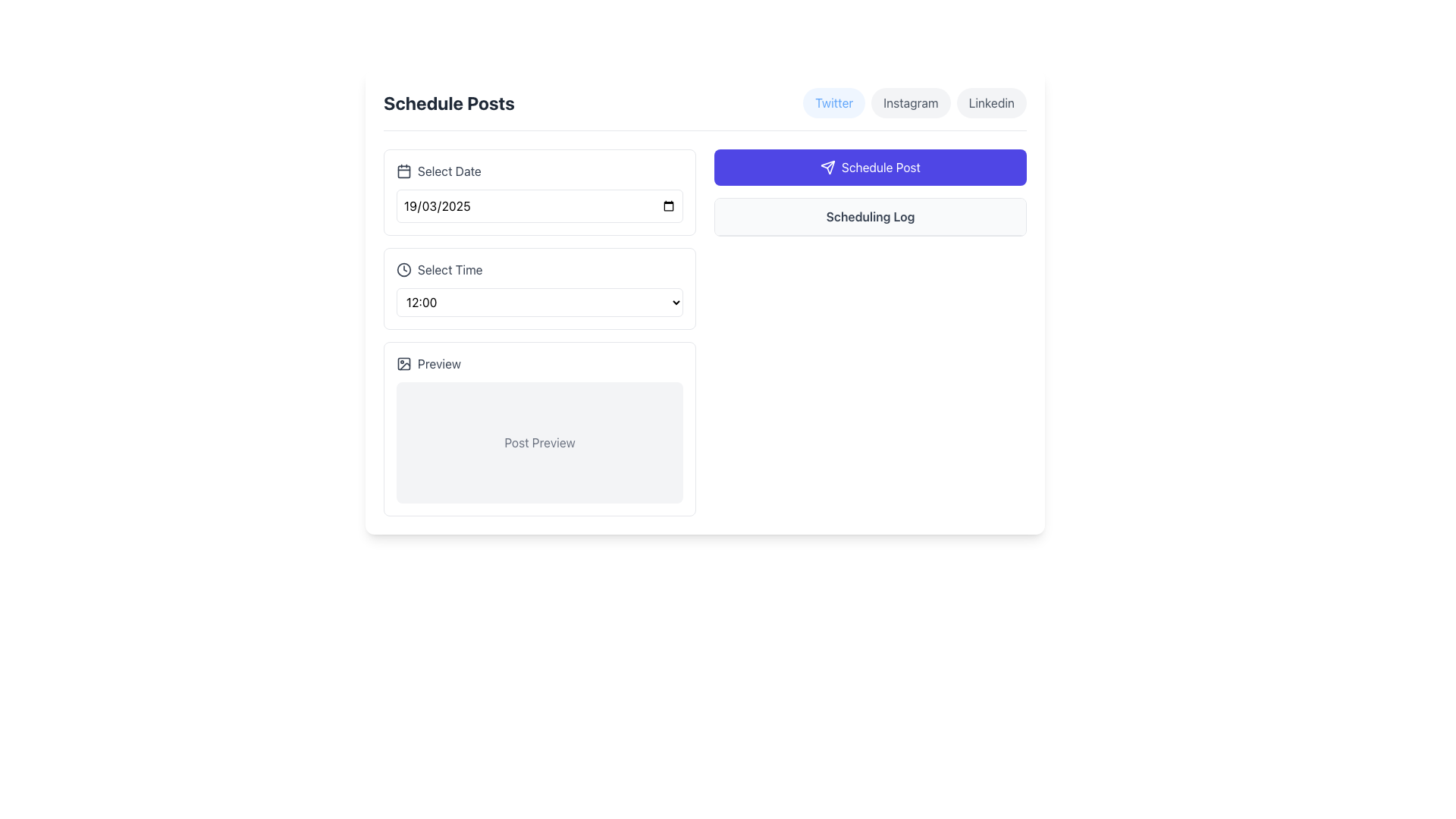 The width and height of the screenshot is (1456, 819). Describe the element at coordinates (827, 167) in the screenshot. I see `the 'Schedule Post' button that features an SVG decorative icon representing the action of post scheduling, located centrally within the button` at that location.